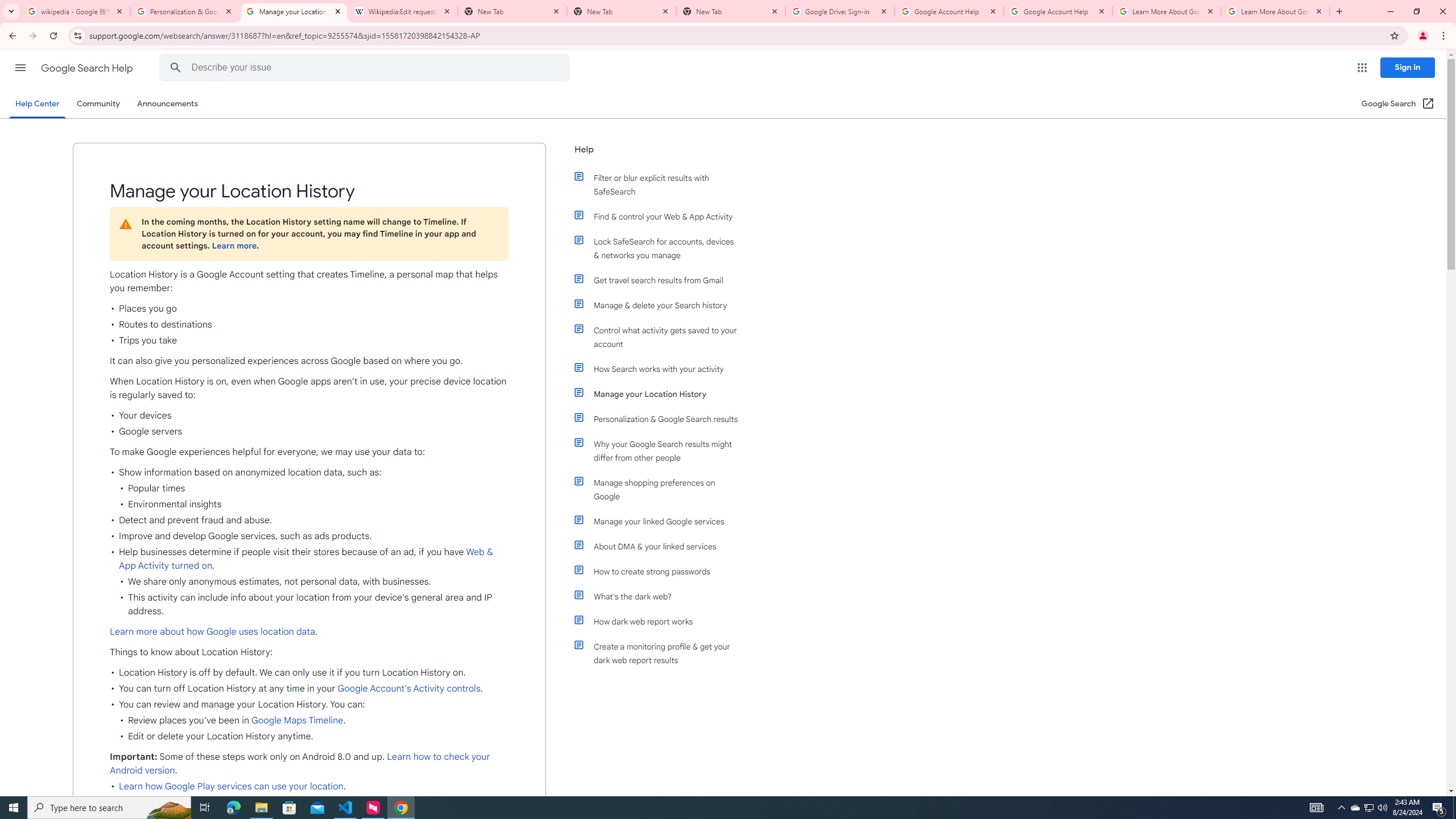  Describe the element at coordinates (296, 721) in the screenshot. I see `'Google Maps Timeline'` at that location.